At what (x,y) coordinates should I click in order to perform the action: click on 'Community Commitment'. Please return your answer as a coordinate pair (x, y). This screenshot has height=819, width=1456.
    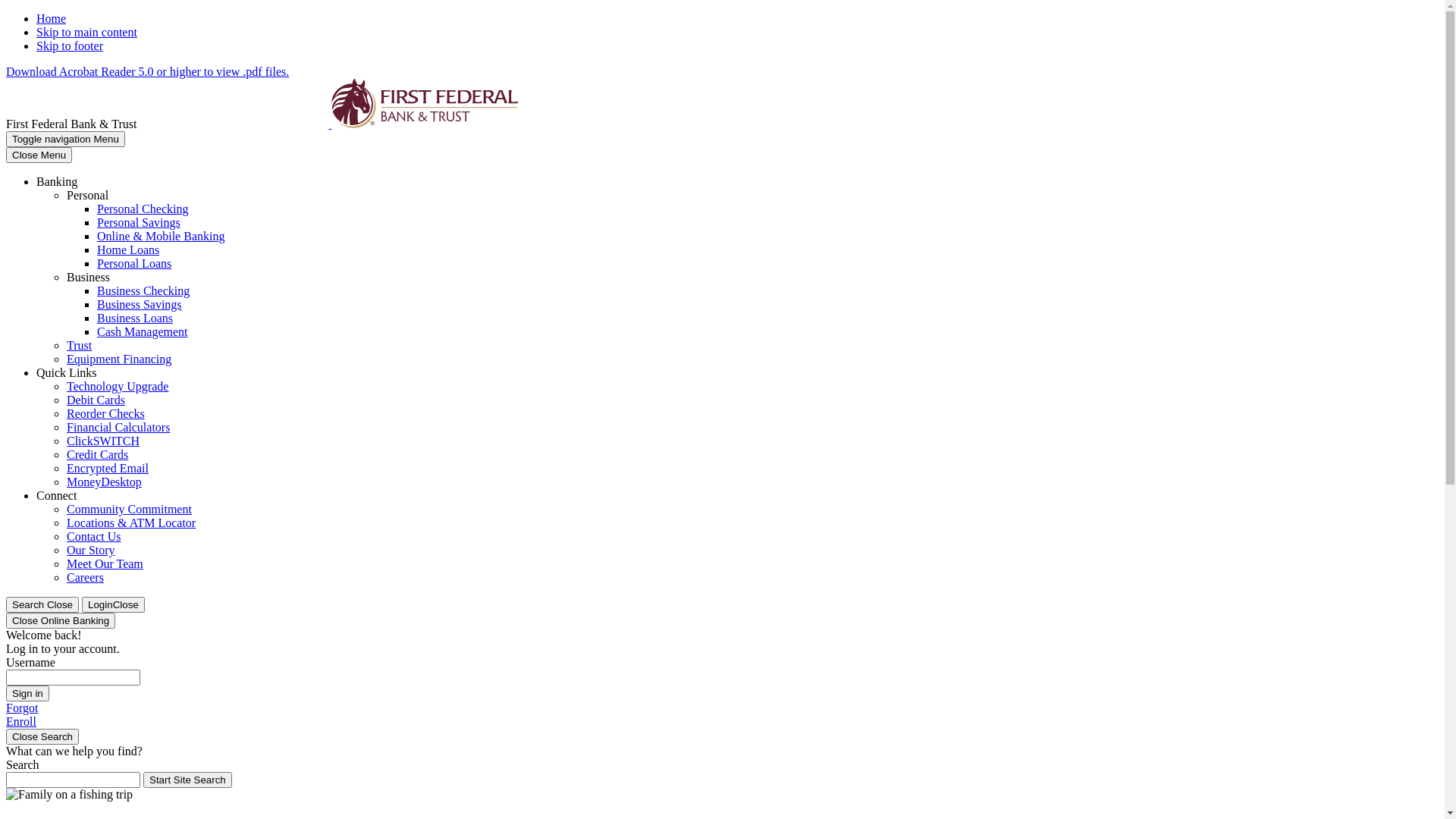
    Looking at the image, I should click on (65, 509).